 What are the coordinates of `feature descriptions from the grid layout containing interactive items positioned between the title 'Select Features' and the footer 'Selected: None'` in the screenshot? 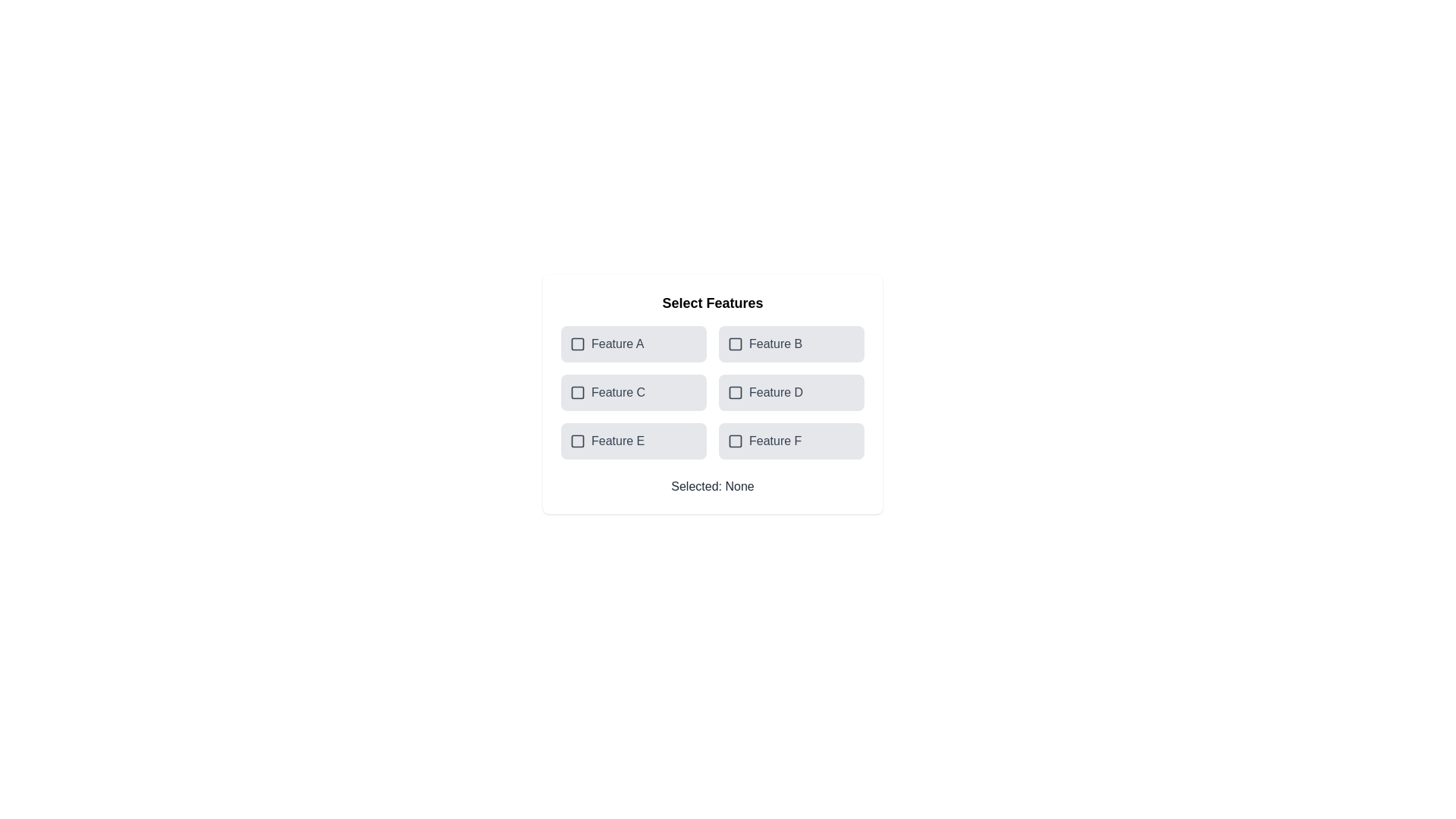 It's located at (712, 391).